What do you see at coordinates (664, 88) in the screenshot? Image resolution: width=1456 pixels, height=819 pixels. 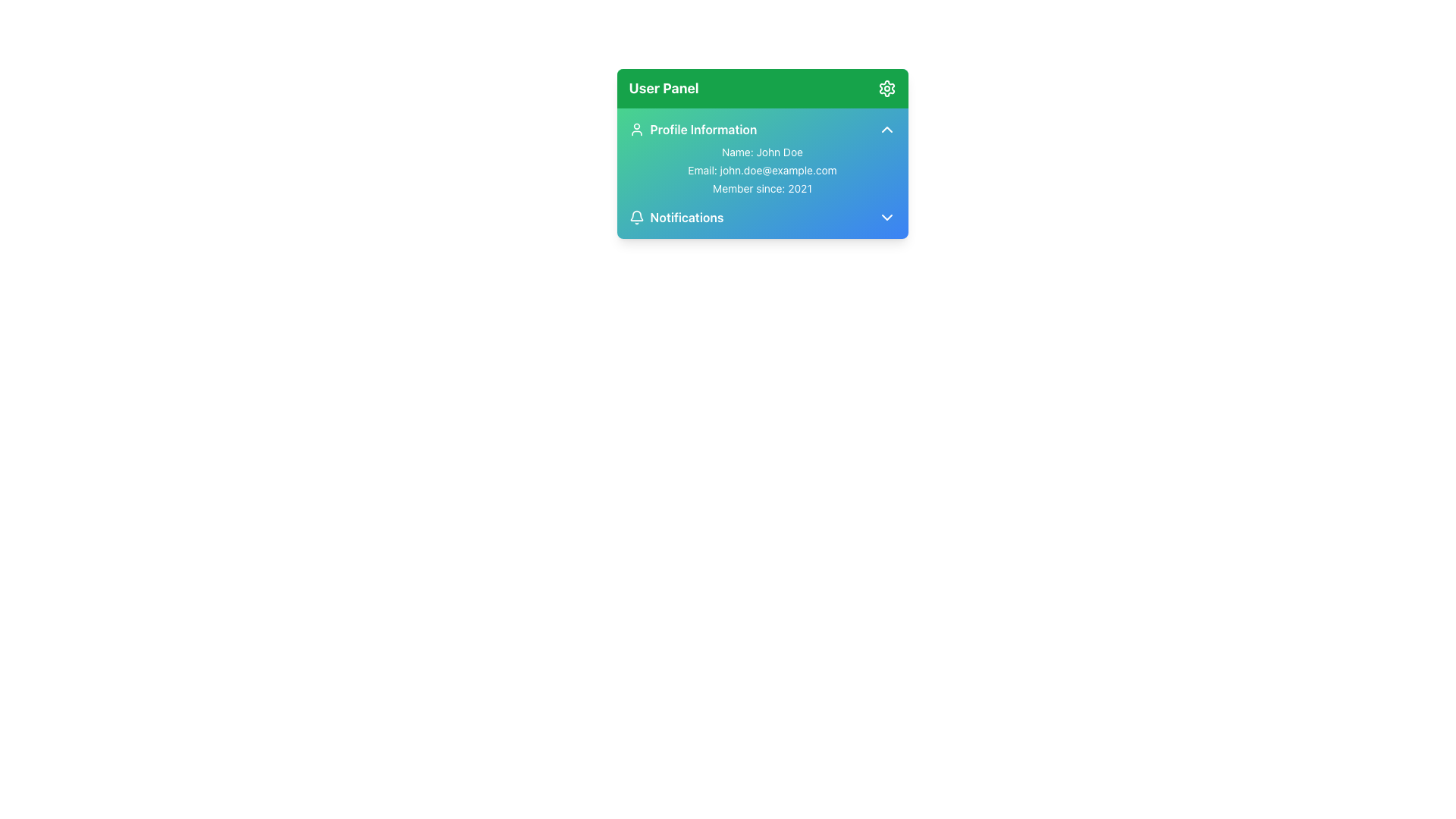 I see `the Text Label that serves as a header for the 'User Panel' content, located at the top-left corner of a green rectangular component` at bounding box center [664, 88].